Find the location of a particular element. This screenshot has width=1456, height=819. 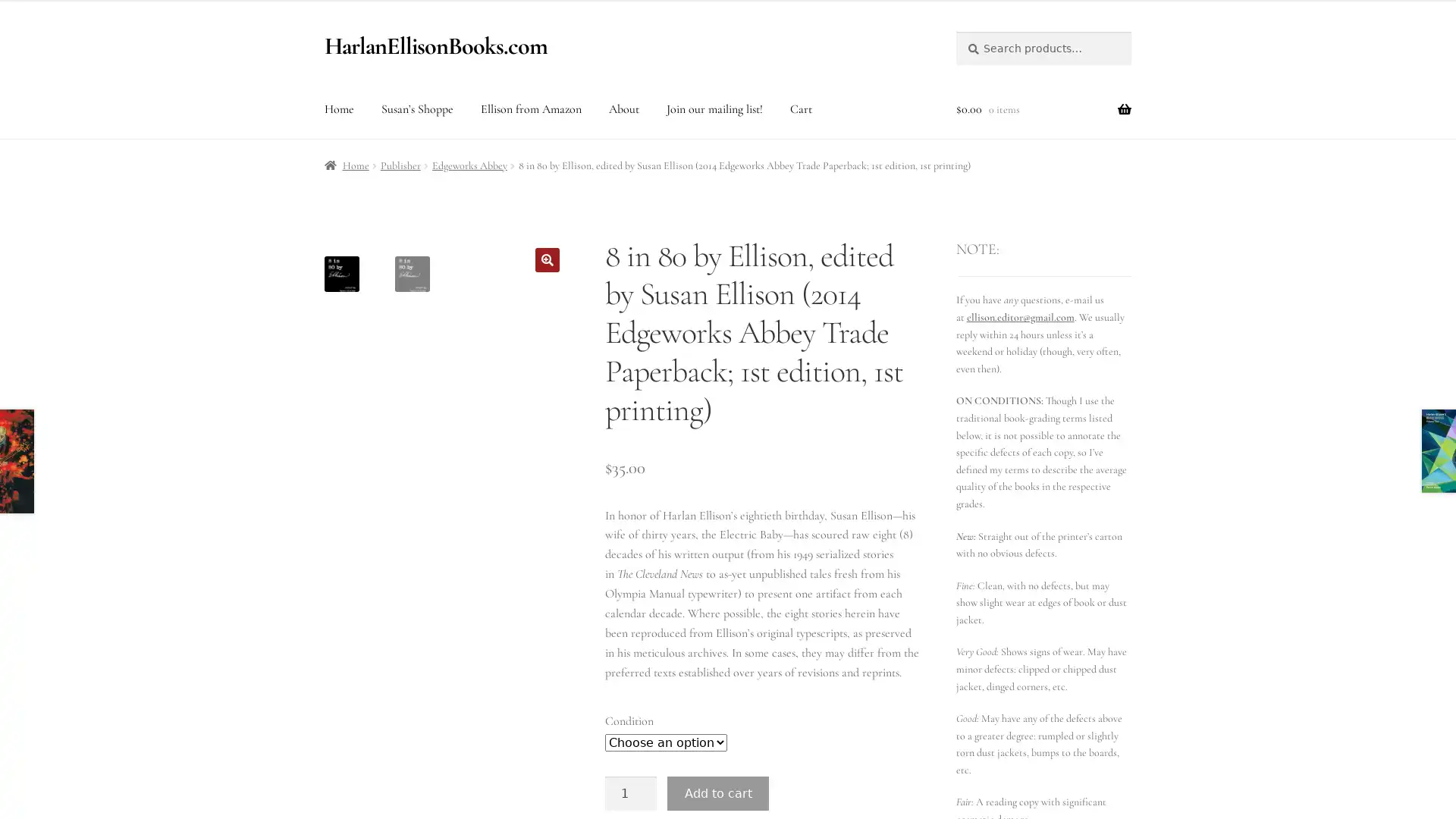

Add to cart is located at coordinates (717, 792).